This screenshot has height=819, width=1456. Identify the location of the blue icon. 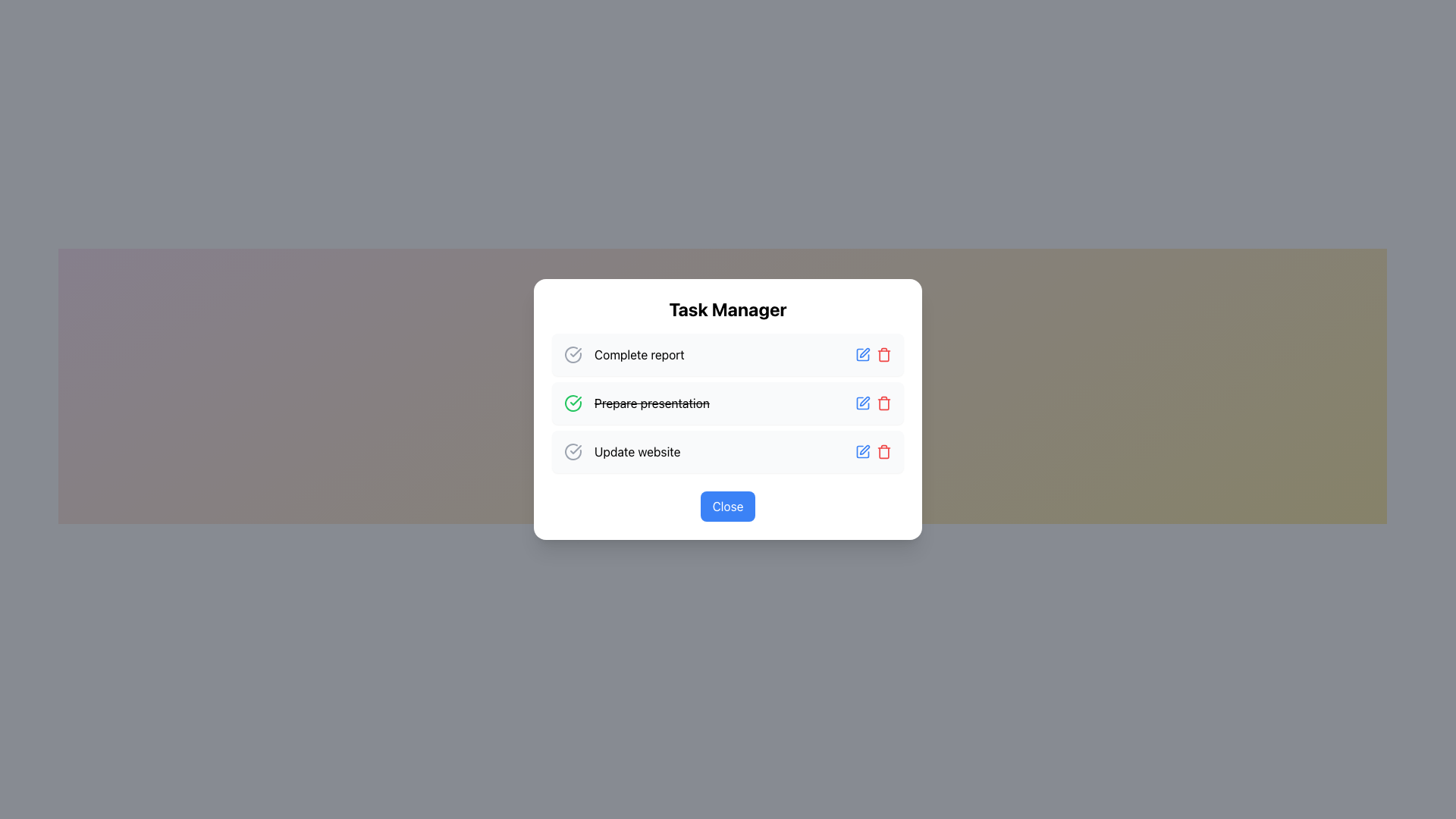
(874, 451).